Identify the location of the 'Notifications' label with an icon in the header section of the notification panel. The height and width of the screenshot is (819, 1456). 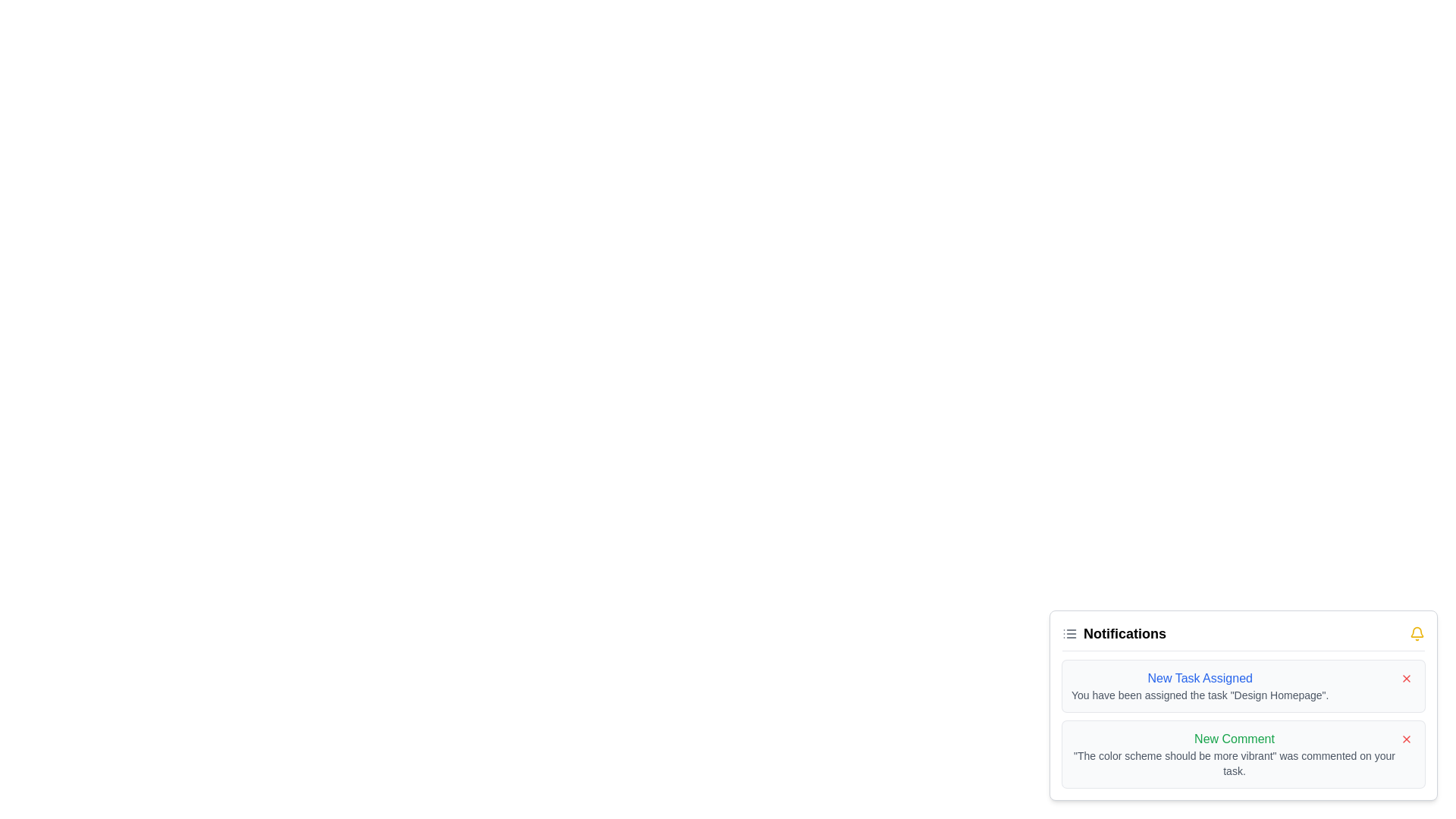
(1114, 634).